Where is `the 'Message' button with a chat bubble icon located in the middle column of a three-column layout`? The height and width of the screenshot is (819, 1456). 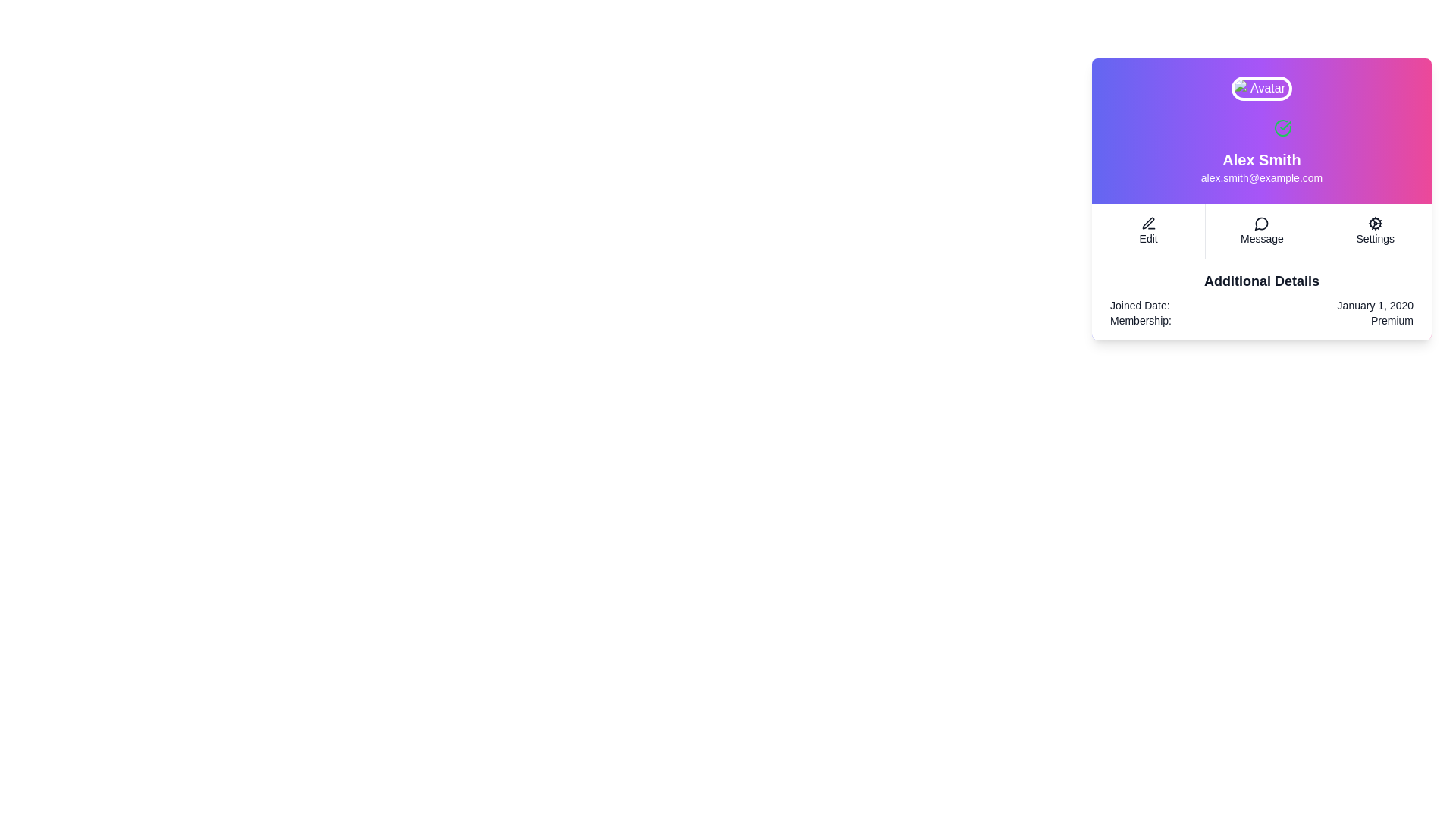
the 'Message' button with a chat bubble icon located in the middle column of a three-column layout is located at coordinates (1262, 231).